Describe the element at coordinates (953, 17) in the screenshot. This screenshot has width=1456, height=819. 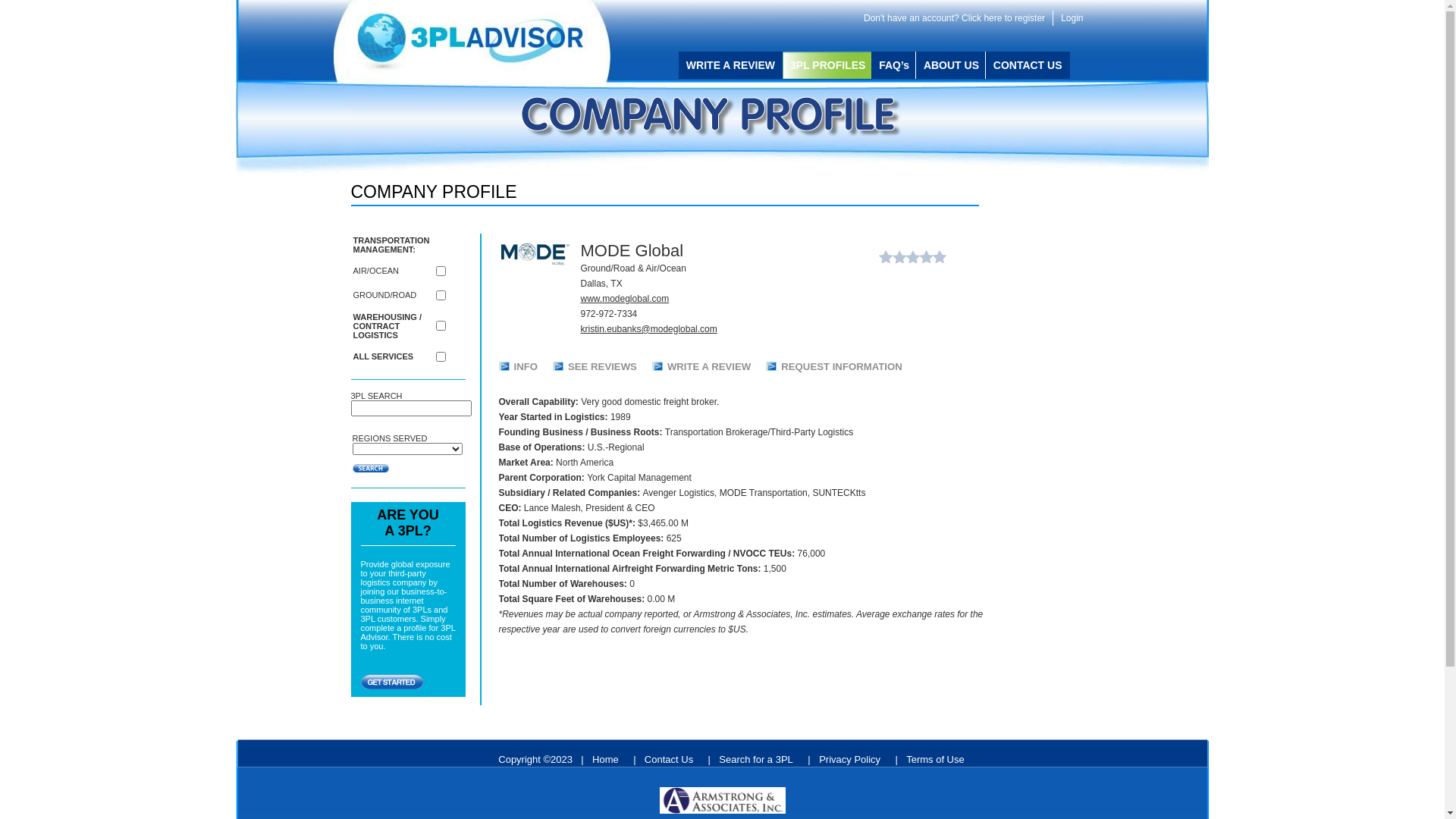
I see `'Don't have an account? Click here to register'` at that location.